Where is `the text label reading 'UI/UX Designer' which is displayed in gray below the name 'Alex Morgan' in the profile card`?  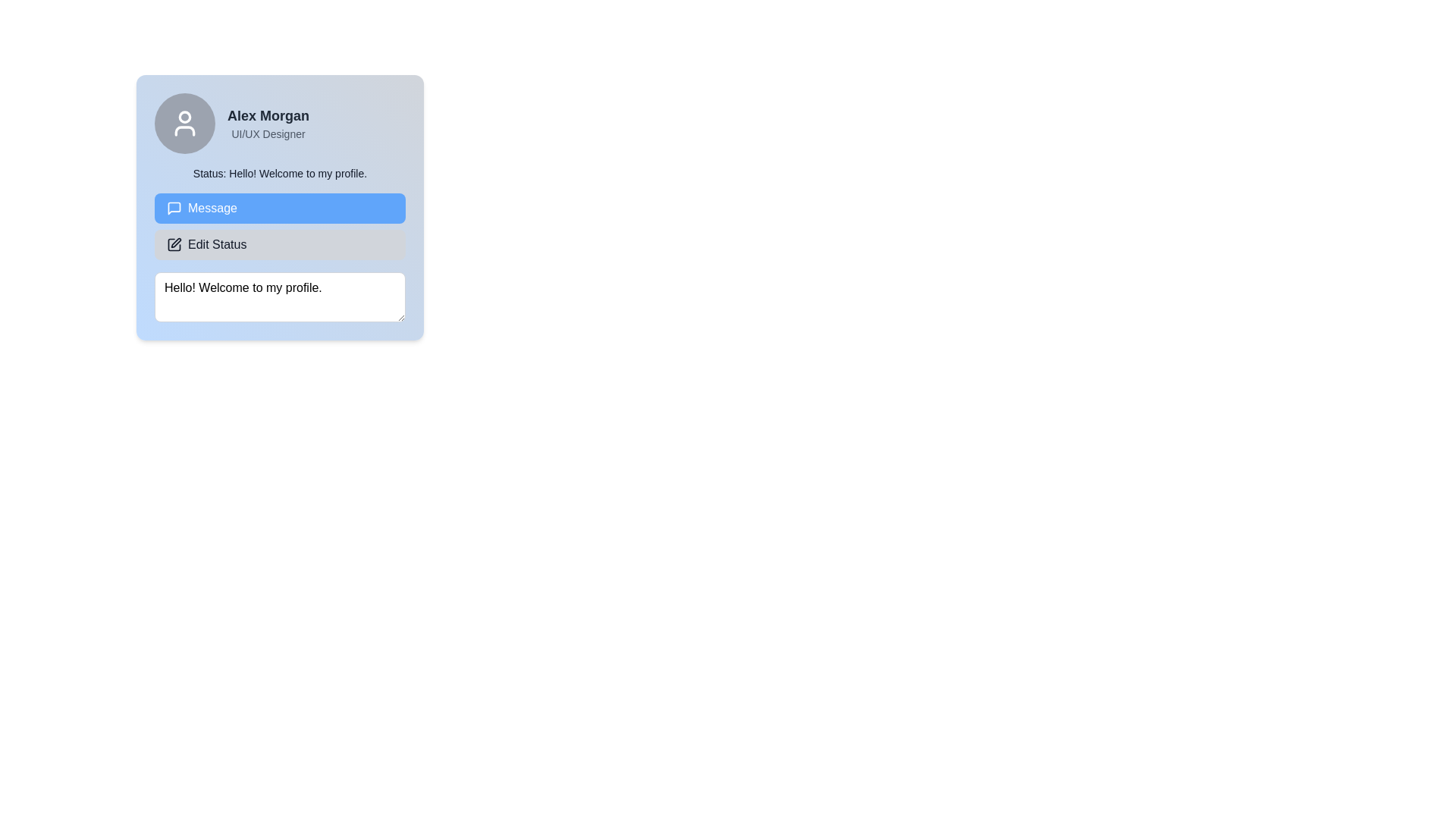 the text label reading 'UI/UX Designer' which is displayed in gray below the name 'Alex Morgan' in the profile card is located at coordinates (268, 133).